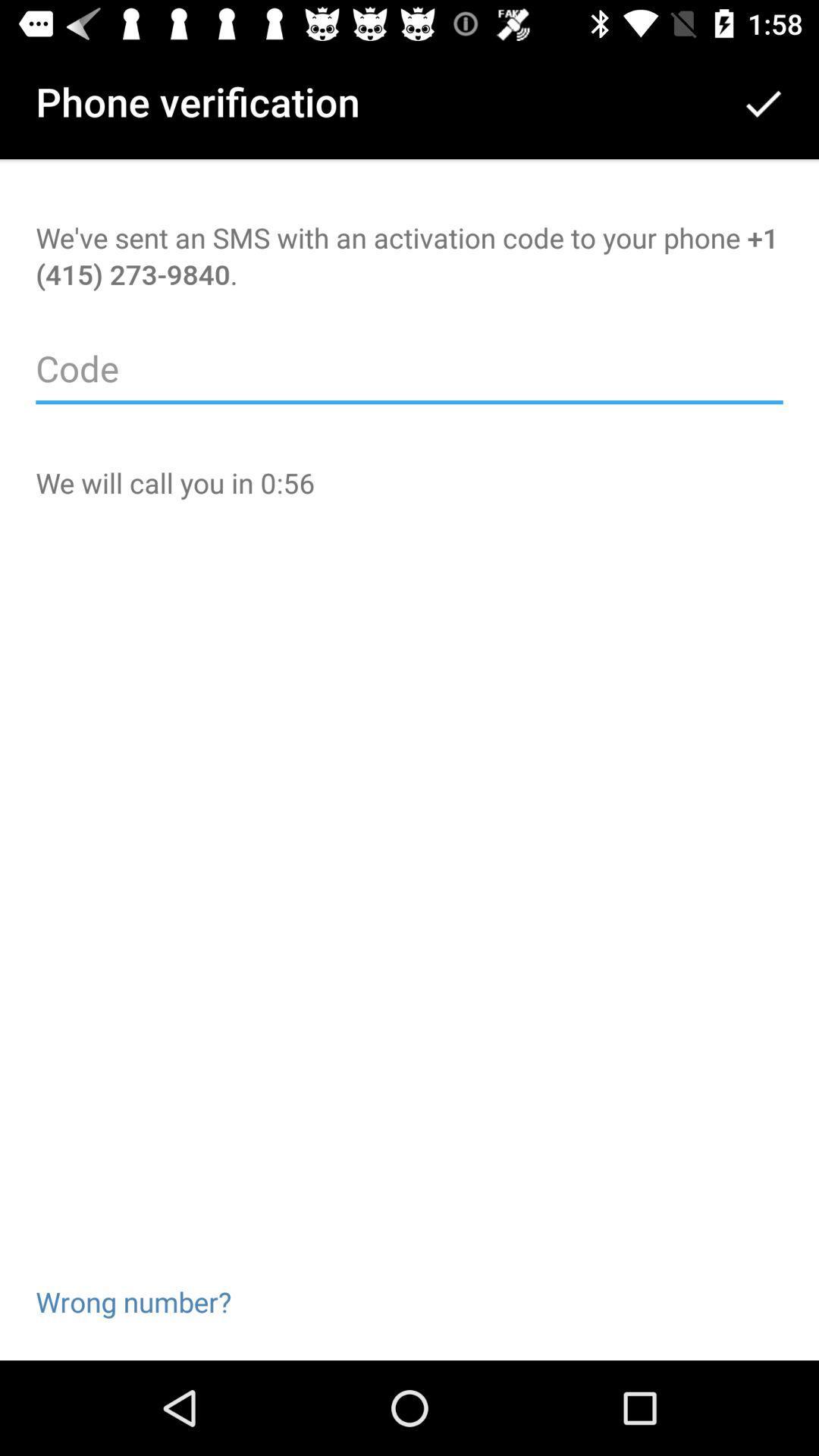 The image size is (819, 1456). I want to click on the wrong number? item, so click(133, 1277).